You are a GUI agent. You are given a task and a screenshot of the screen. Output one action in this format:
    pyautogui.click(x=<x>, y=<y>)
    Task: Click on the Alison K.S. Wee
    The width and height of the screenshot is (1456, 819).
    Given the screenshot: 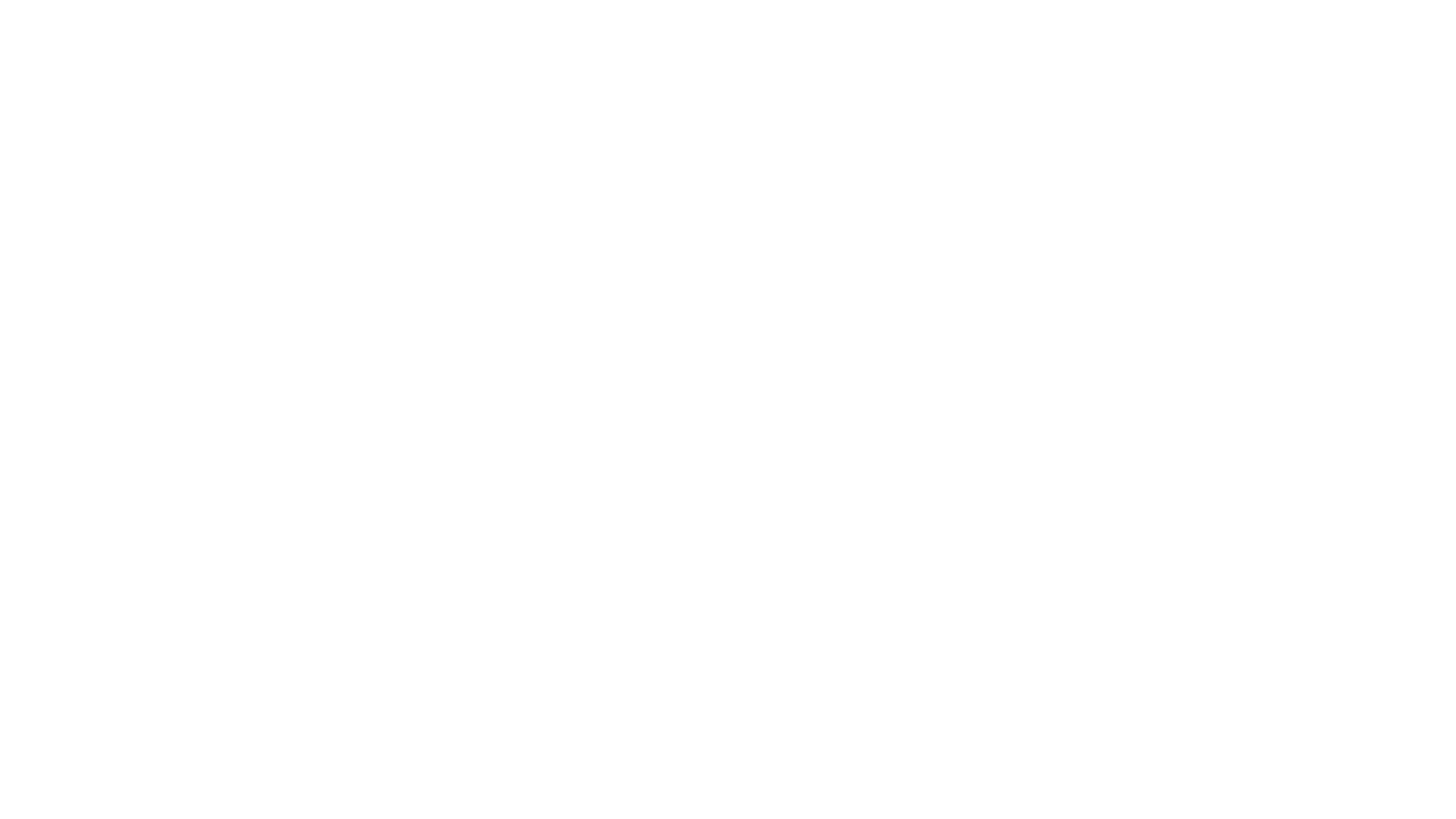 What is the action you would take?
    pyautogui.click(x=1165, y=197)
    